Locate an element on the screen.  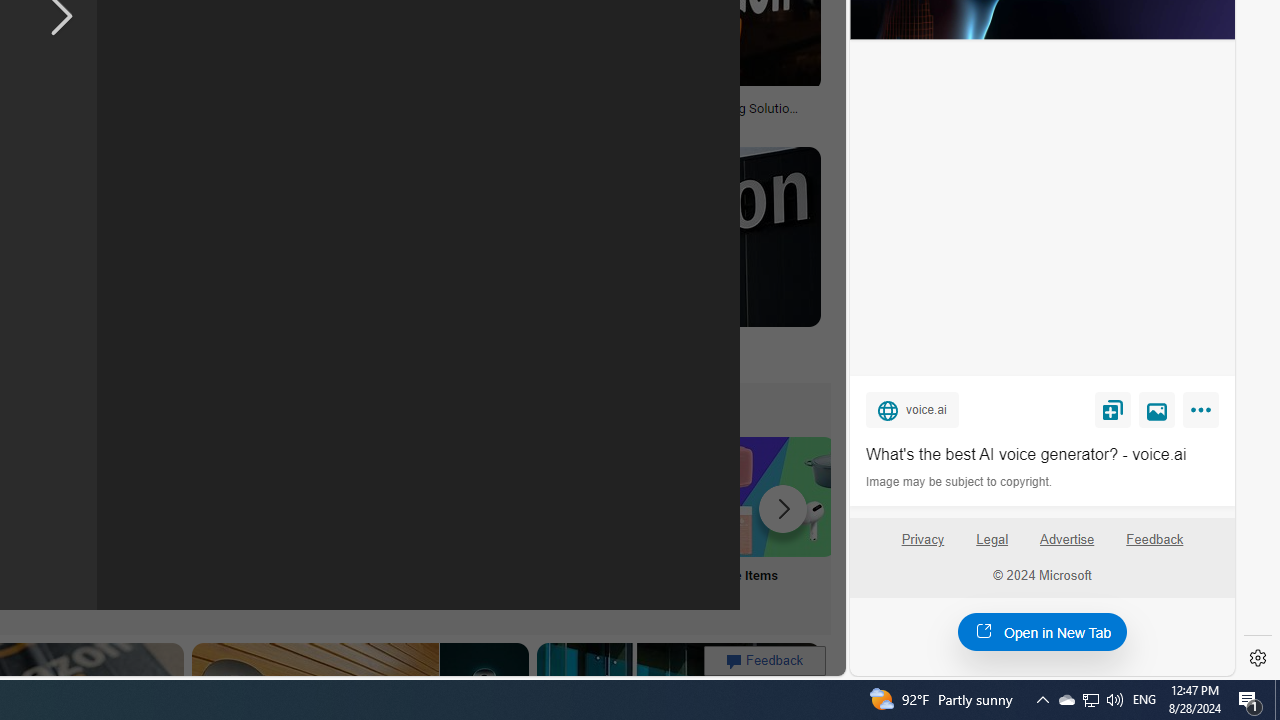
'More' is located at coordinates (1203, 412).